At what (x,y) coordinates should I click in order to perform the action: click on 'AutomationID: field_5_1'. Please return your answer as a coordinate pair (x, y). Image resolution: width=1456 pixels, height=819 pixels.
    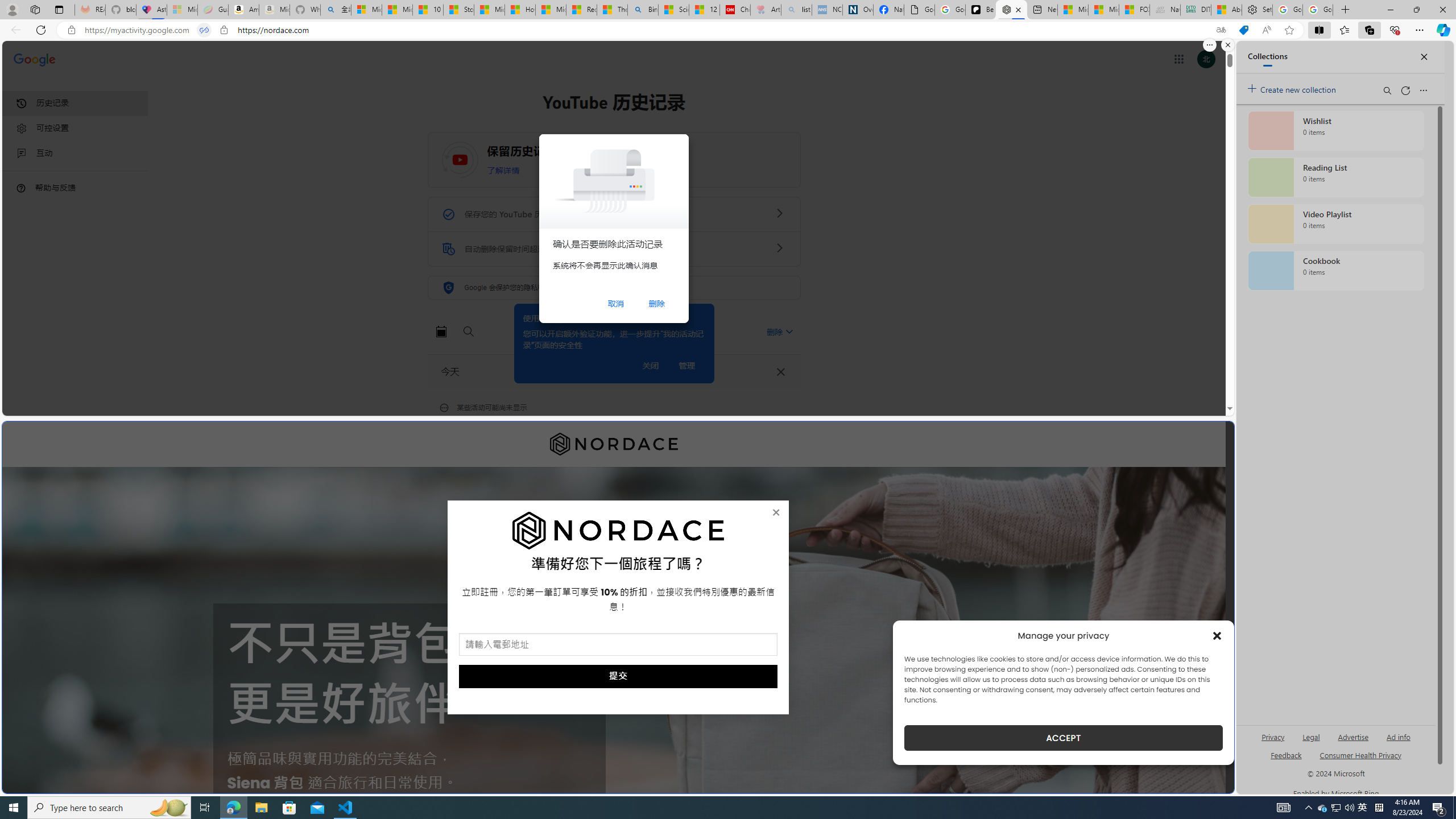
    Looking at the image, I should click on (617, 645).